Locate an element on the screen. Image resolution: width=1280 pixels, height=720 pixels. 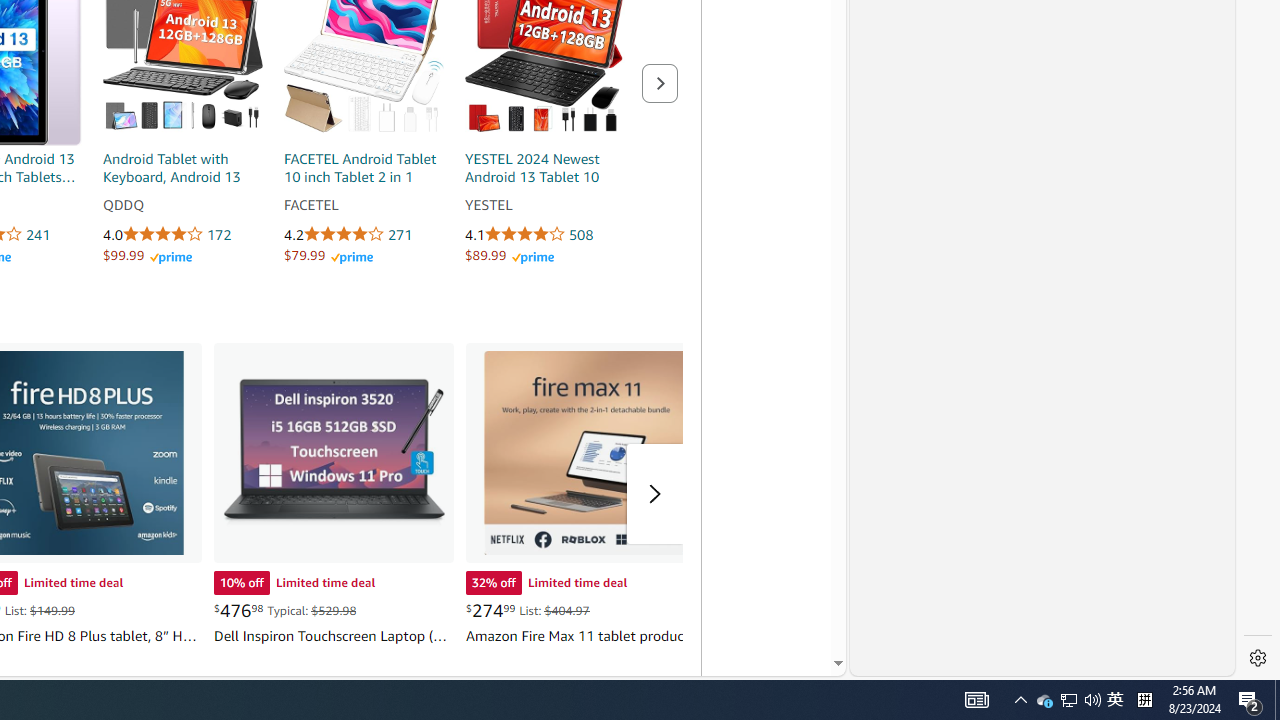
'4.2 out of 5 stars 271 ratings' is located at coordinates (364, 234).